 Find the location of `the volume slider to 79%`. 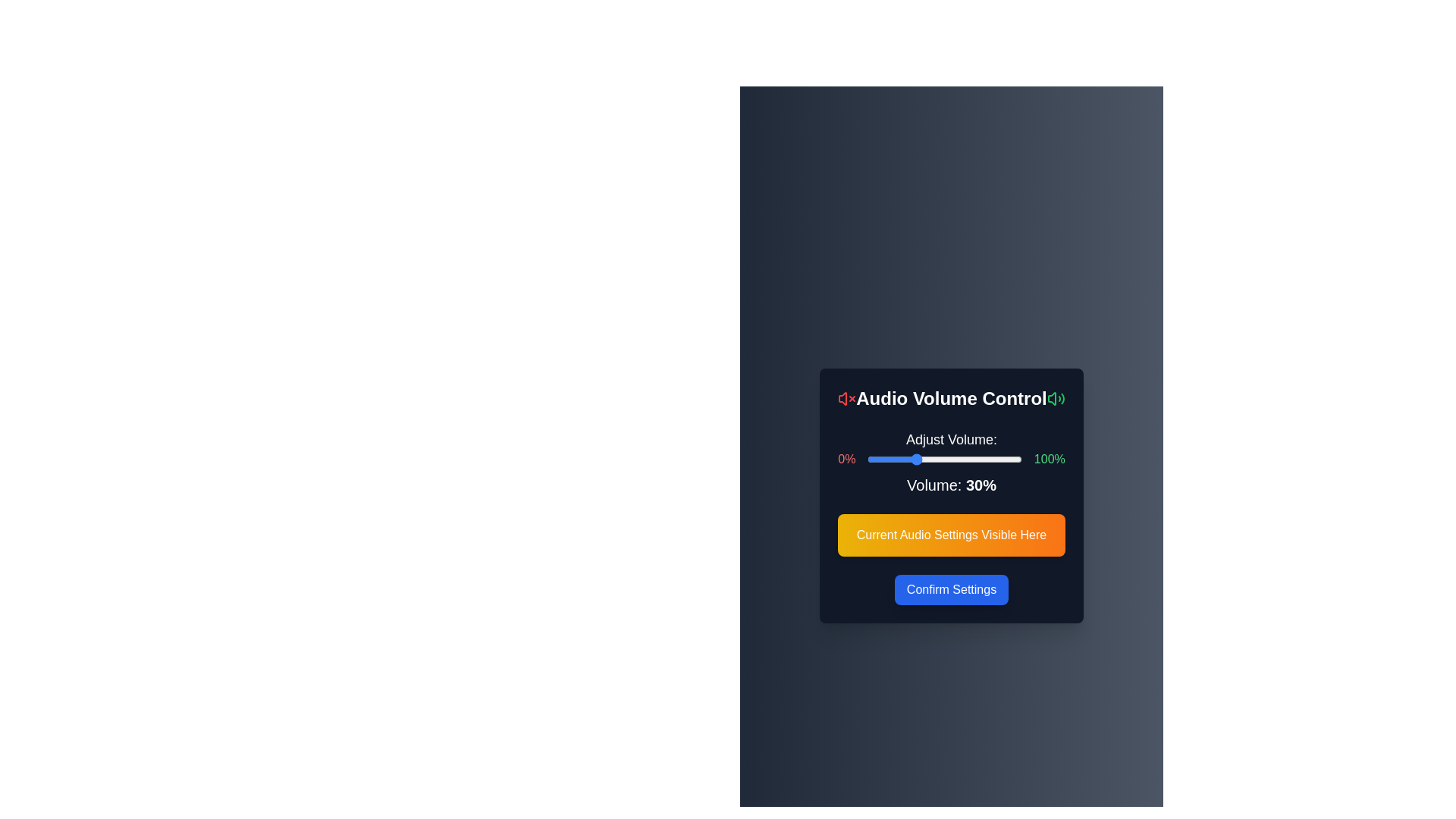

the volume slider to 79% is located at coordinates (990, 458).